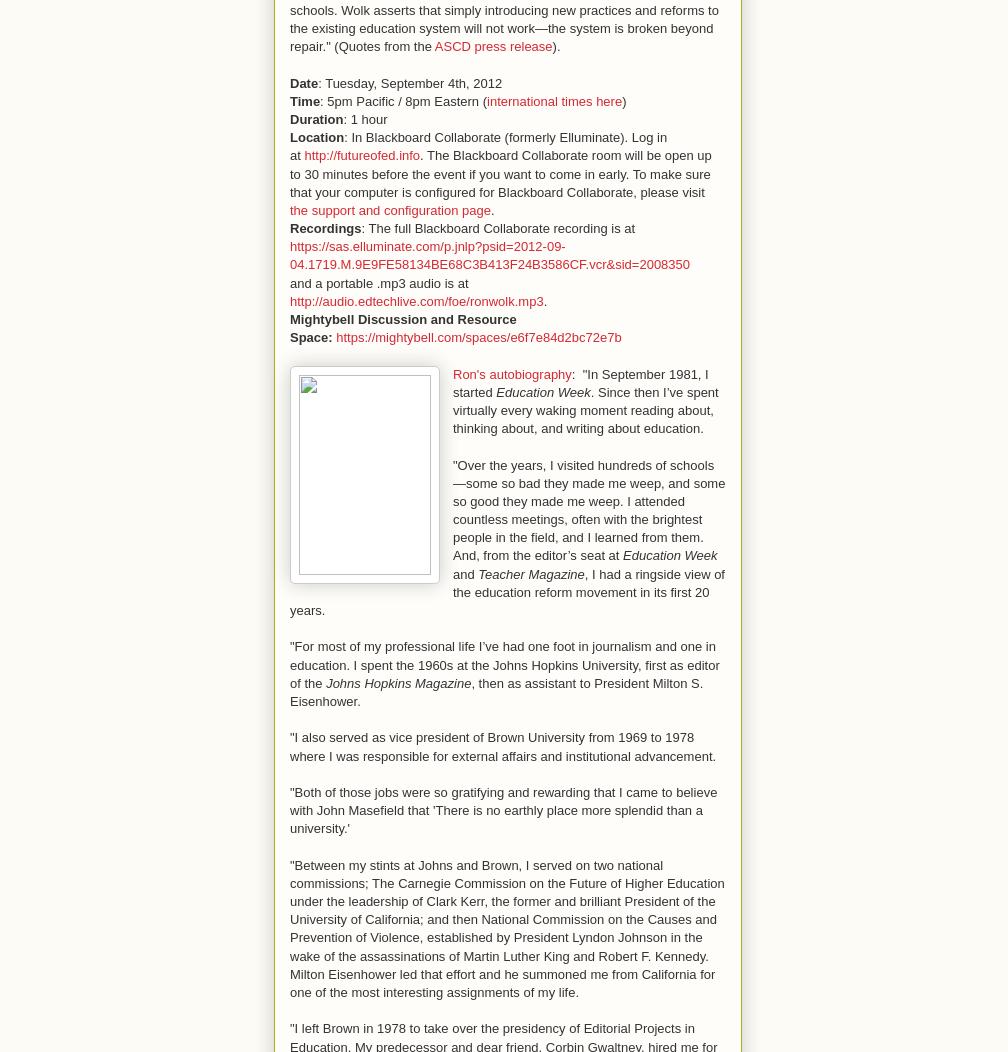  Describe the element at coordinates (478, 145) in the screenshot. I see `': In Blackboard Collaborate (formerly Elluminate). Log in at'` at that location.